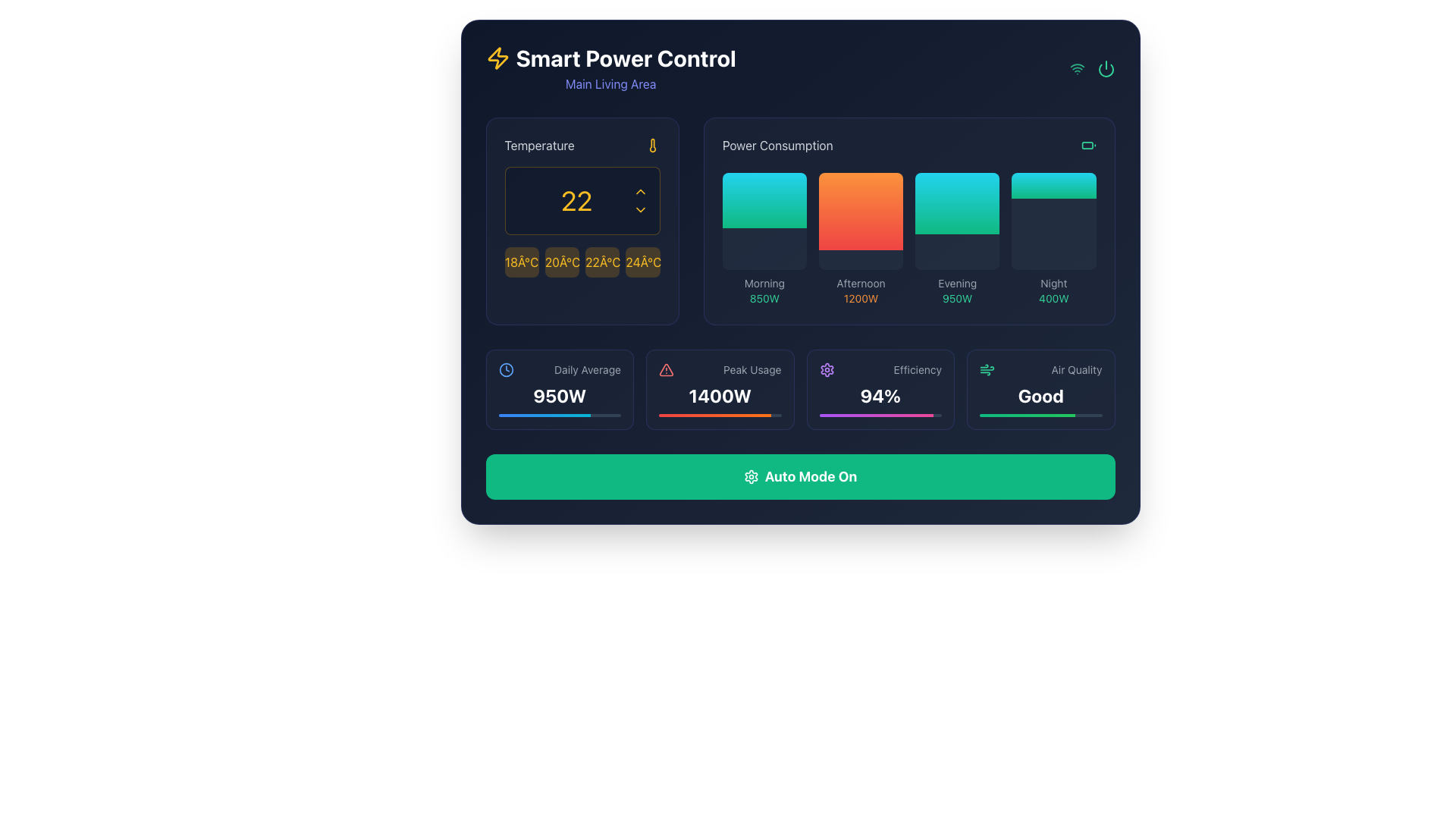  I want to click on the 'Afternoon' text label located under the 'Power Consumption' section, so click(861, 284).